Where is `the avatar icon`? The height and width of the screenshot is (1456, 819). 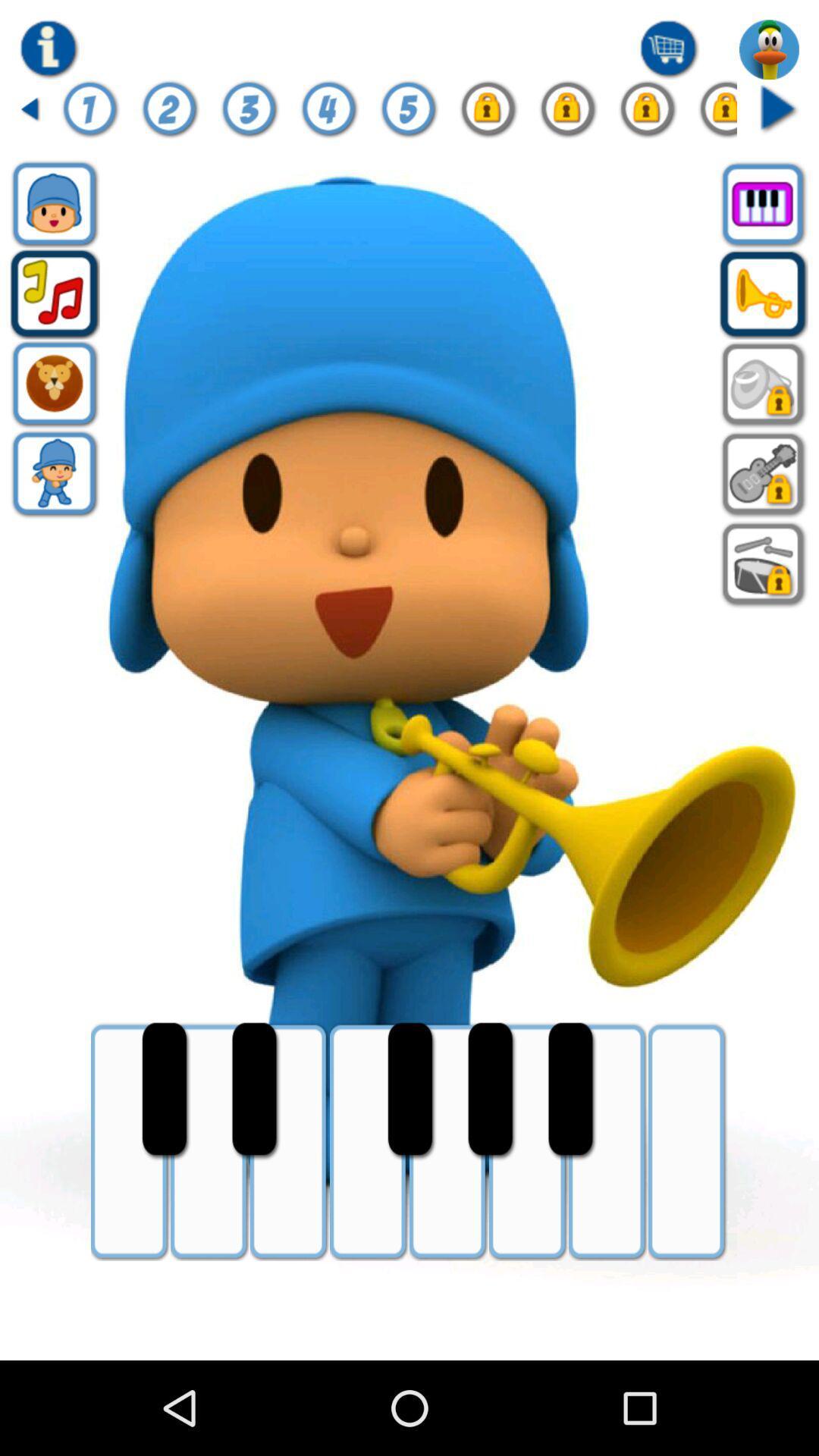
the avatar icon is located at coordinates (54, 507).